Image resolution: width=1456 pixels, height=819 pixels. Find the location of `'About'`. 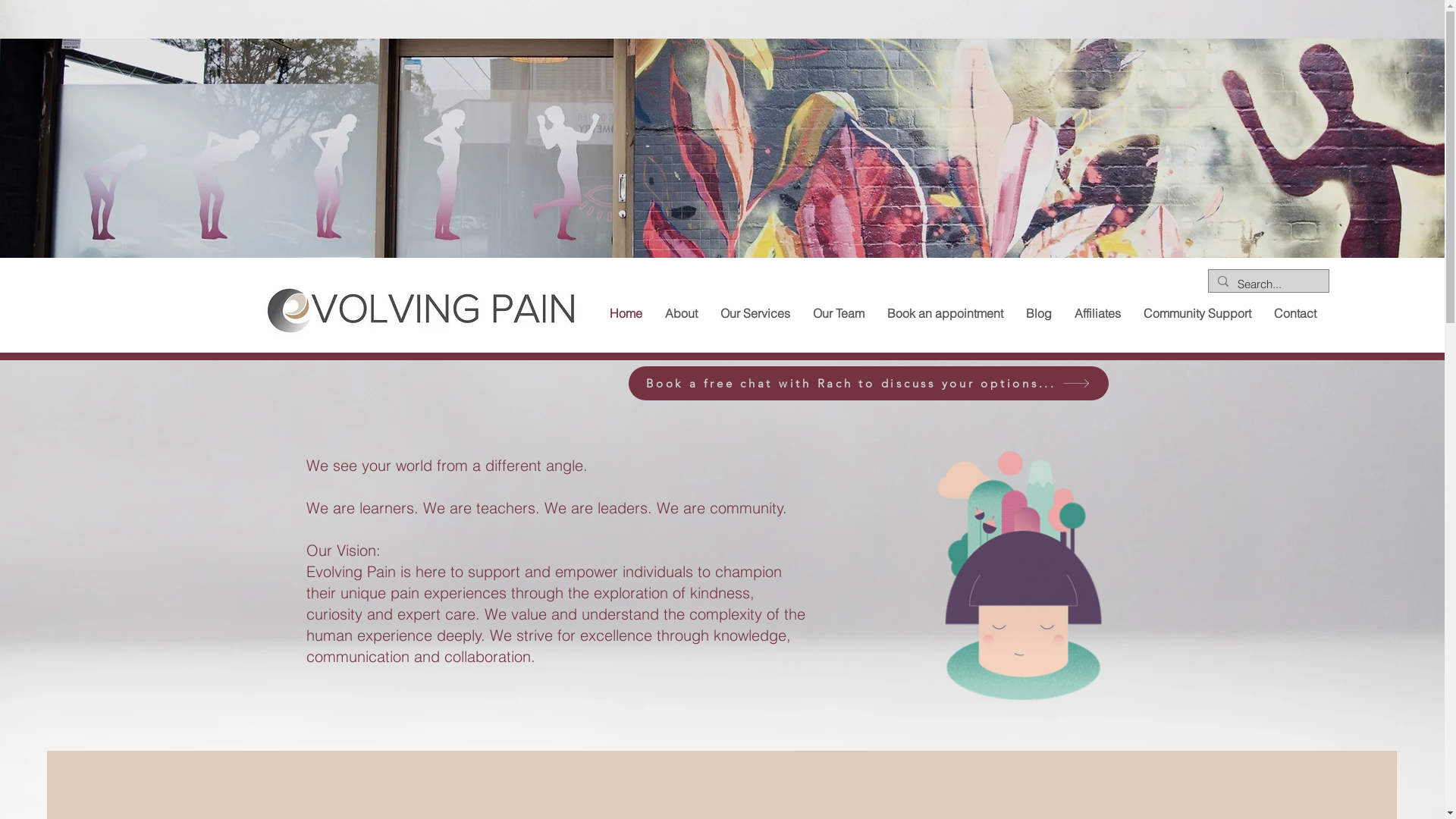

'About' is located at coordinates (680, 312).